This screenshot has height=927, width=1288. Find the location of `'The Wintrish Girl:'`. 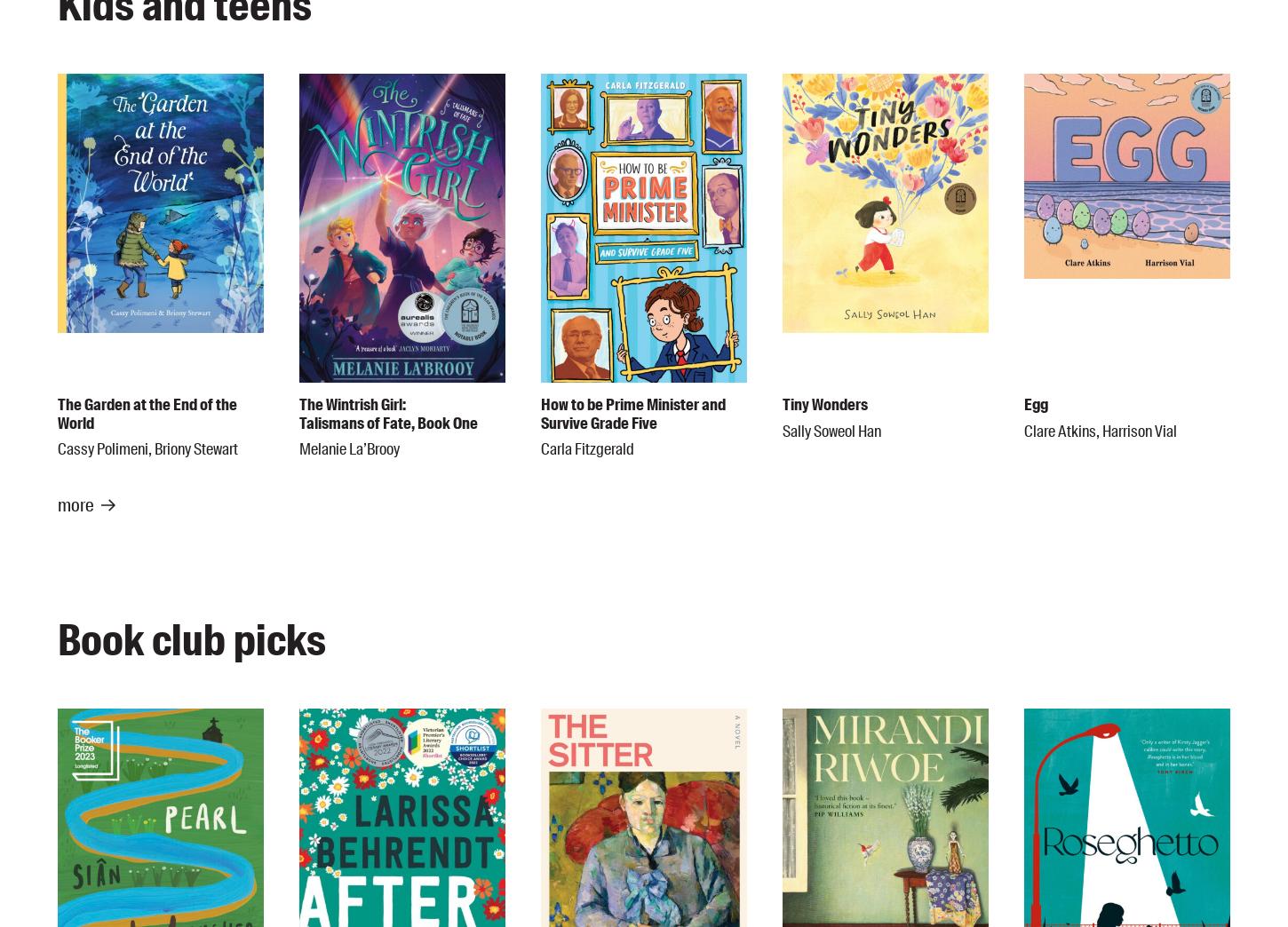

'The Wintrish Girl:' is located at coordinates (352, 402).